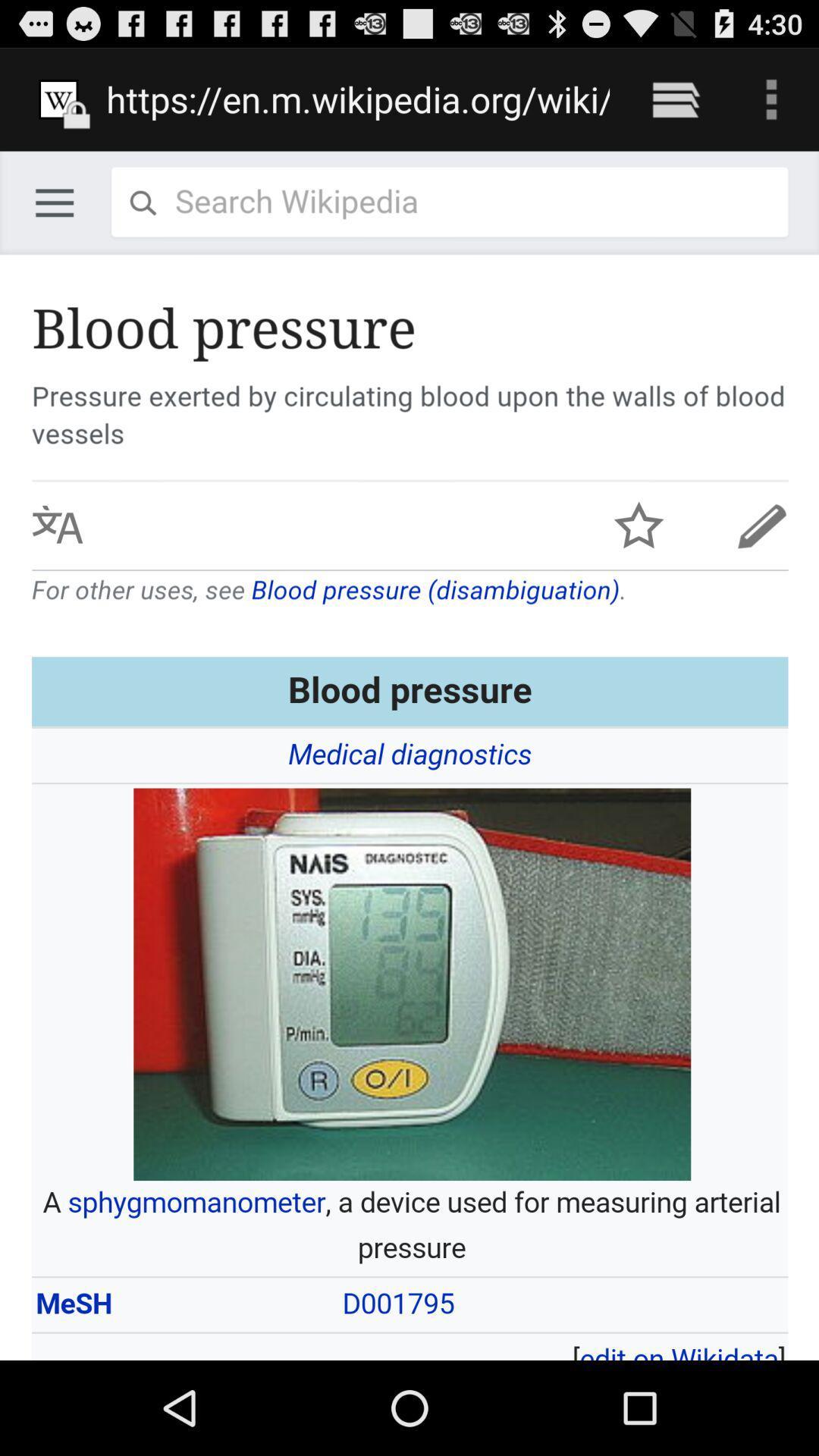  What do you see at coordinates (358, 99) in the screenshot?
I see `icon at the top` at bounding box center [358, 99].